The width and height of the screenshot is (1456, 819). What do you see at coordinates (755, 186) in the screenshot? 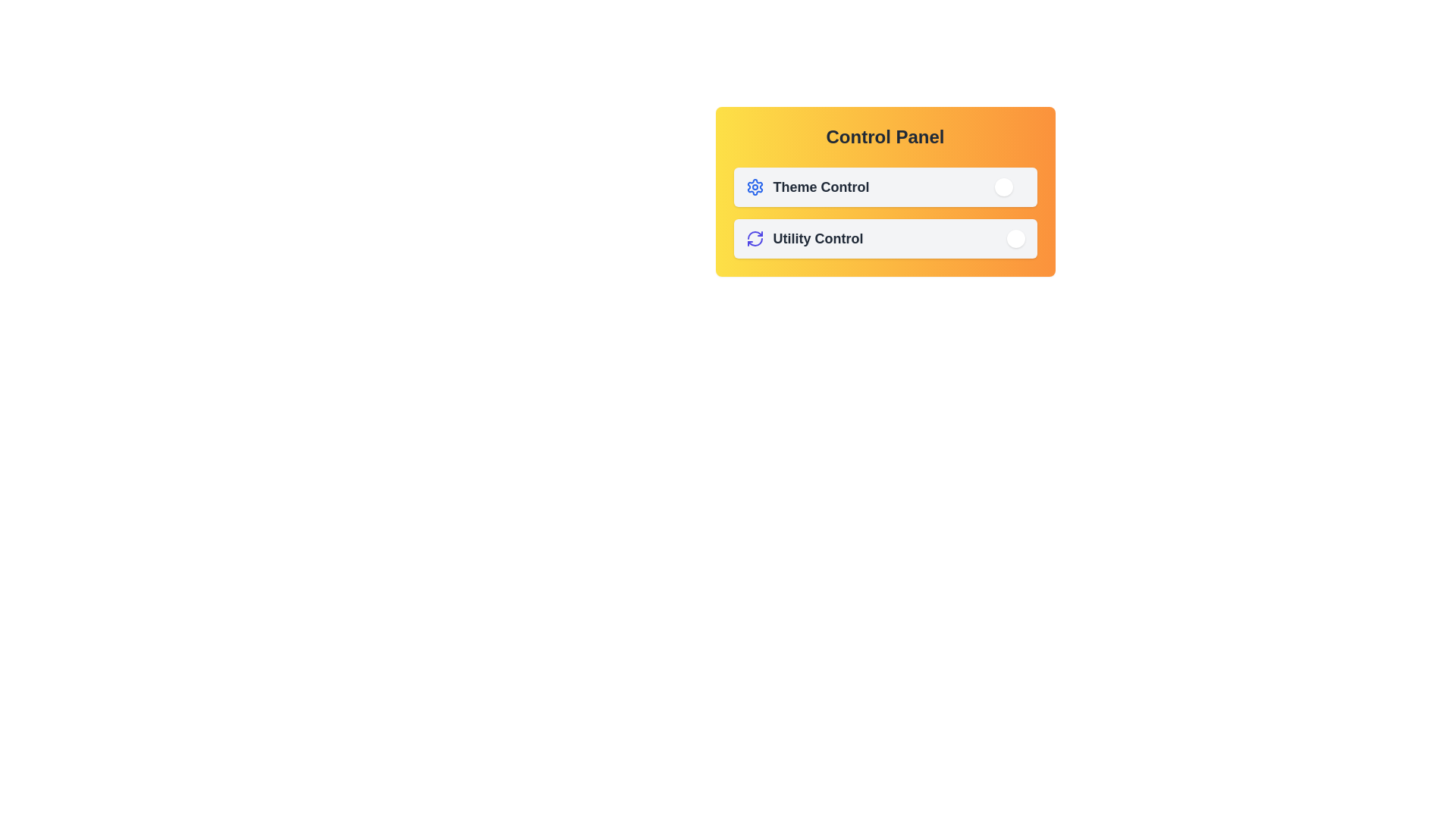
I see `the settings icon located in the first row of icons to the left of the label 'Theme Control'` at bounding box center [755, 186].